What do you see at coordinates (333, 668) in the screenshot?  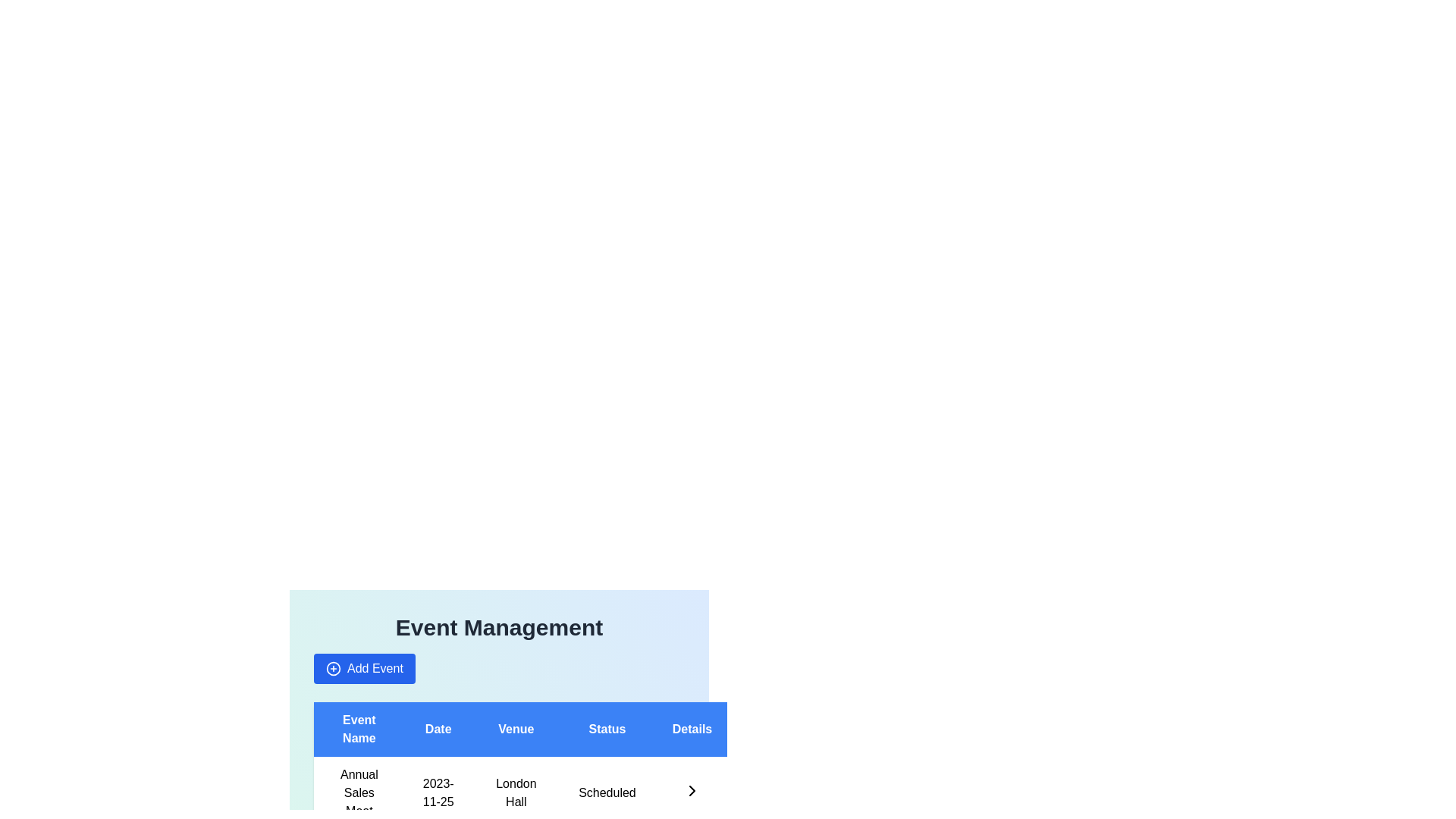 I see `the icon within the 'Add Event' button, which symbolizes the action of adding a new event, located to the left of the button text` at bounding box center [333, 668].